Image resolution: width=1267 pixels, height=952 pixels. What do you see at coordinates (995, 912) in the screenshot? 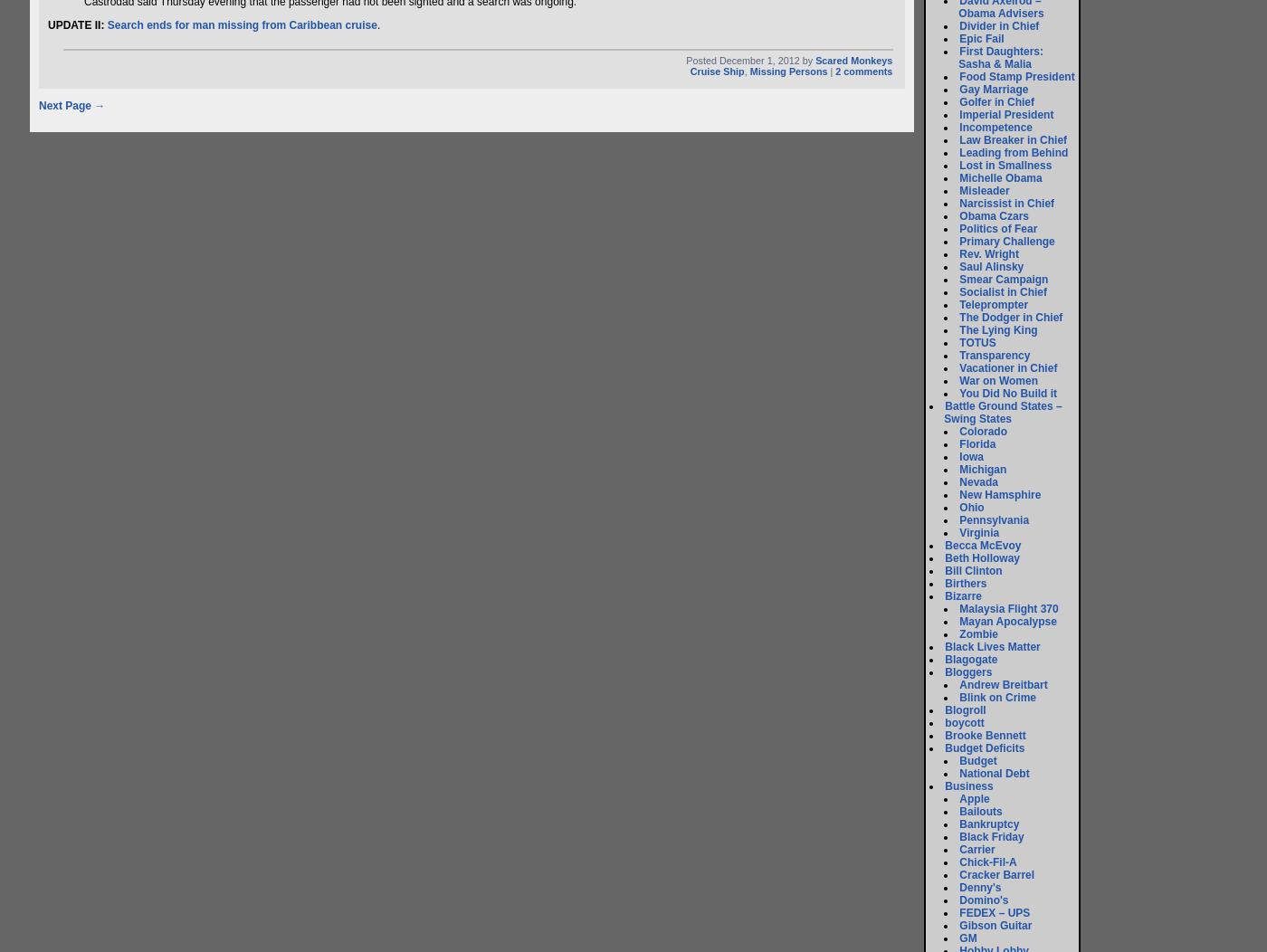
I see `'FEDEX – UPS'` at bounding box center [995, 912].